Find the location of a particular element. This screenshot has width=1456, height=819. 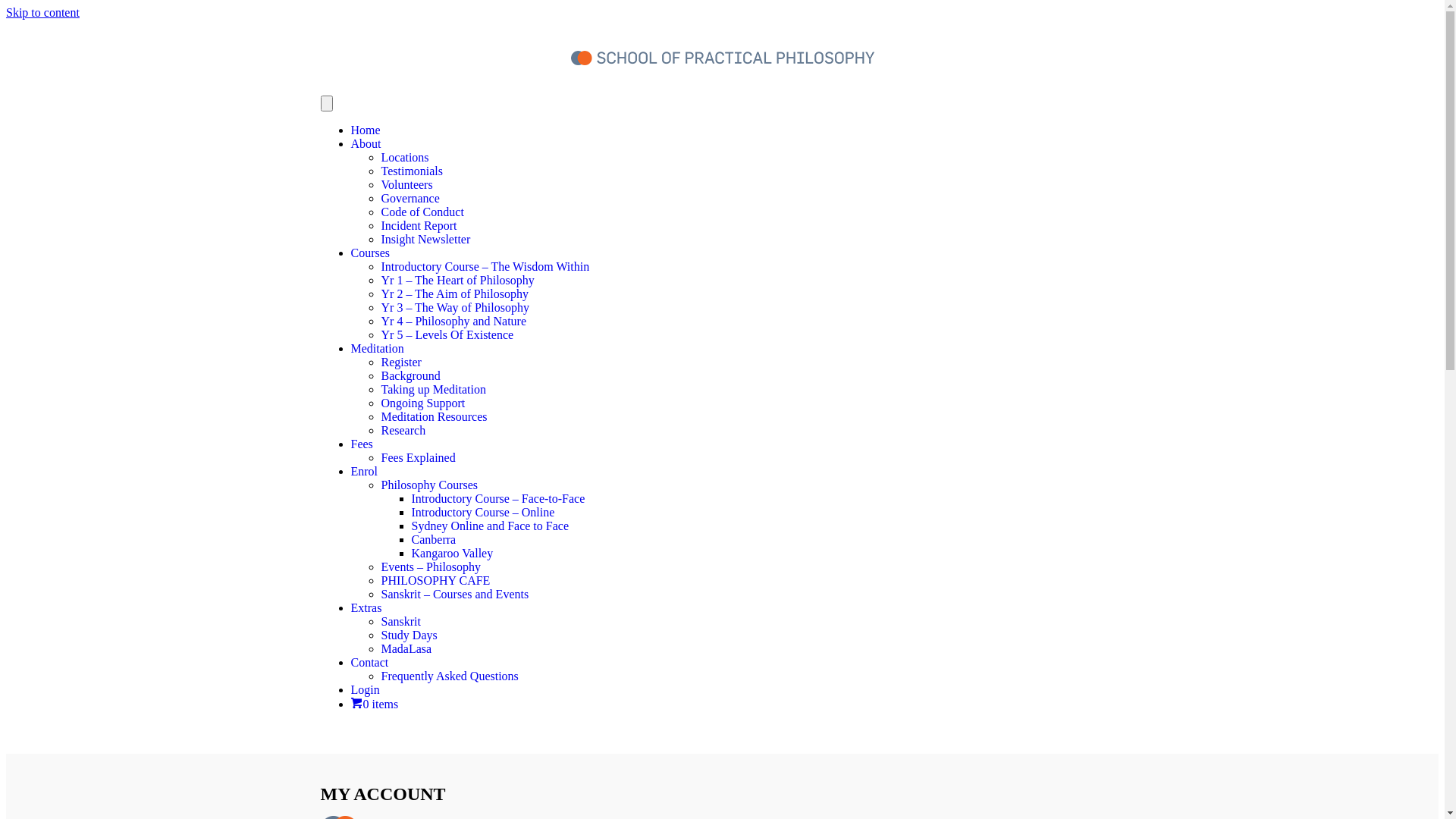

'School of Practical Philosophy' is located at coordinates (570, 57).